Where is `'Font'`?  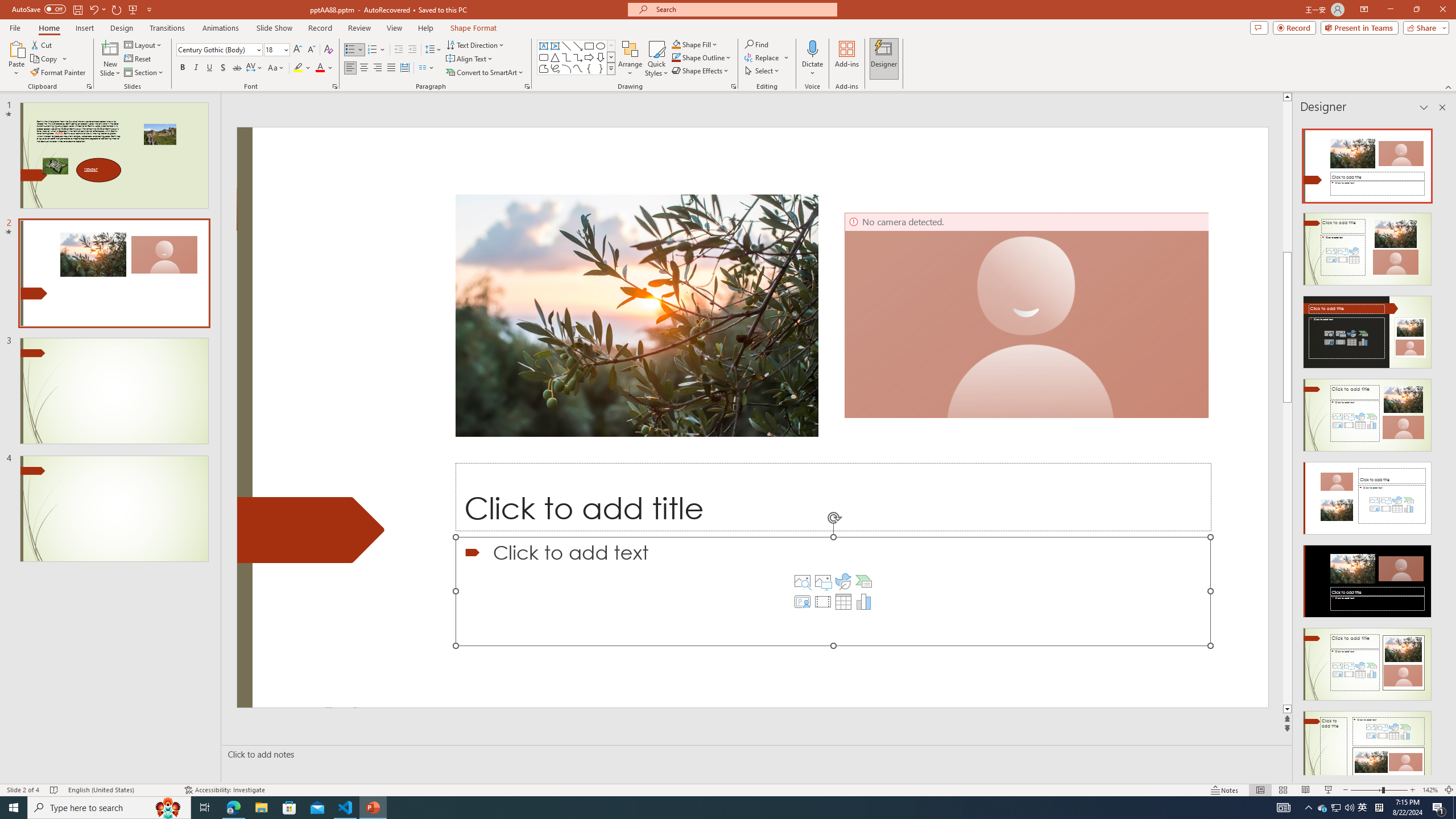 'Font' is located at coordinates (218, 49).